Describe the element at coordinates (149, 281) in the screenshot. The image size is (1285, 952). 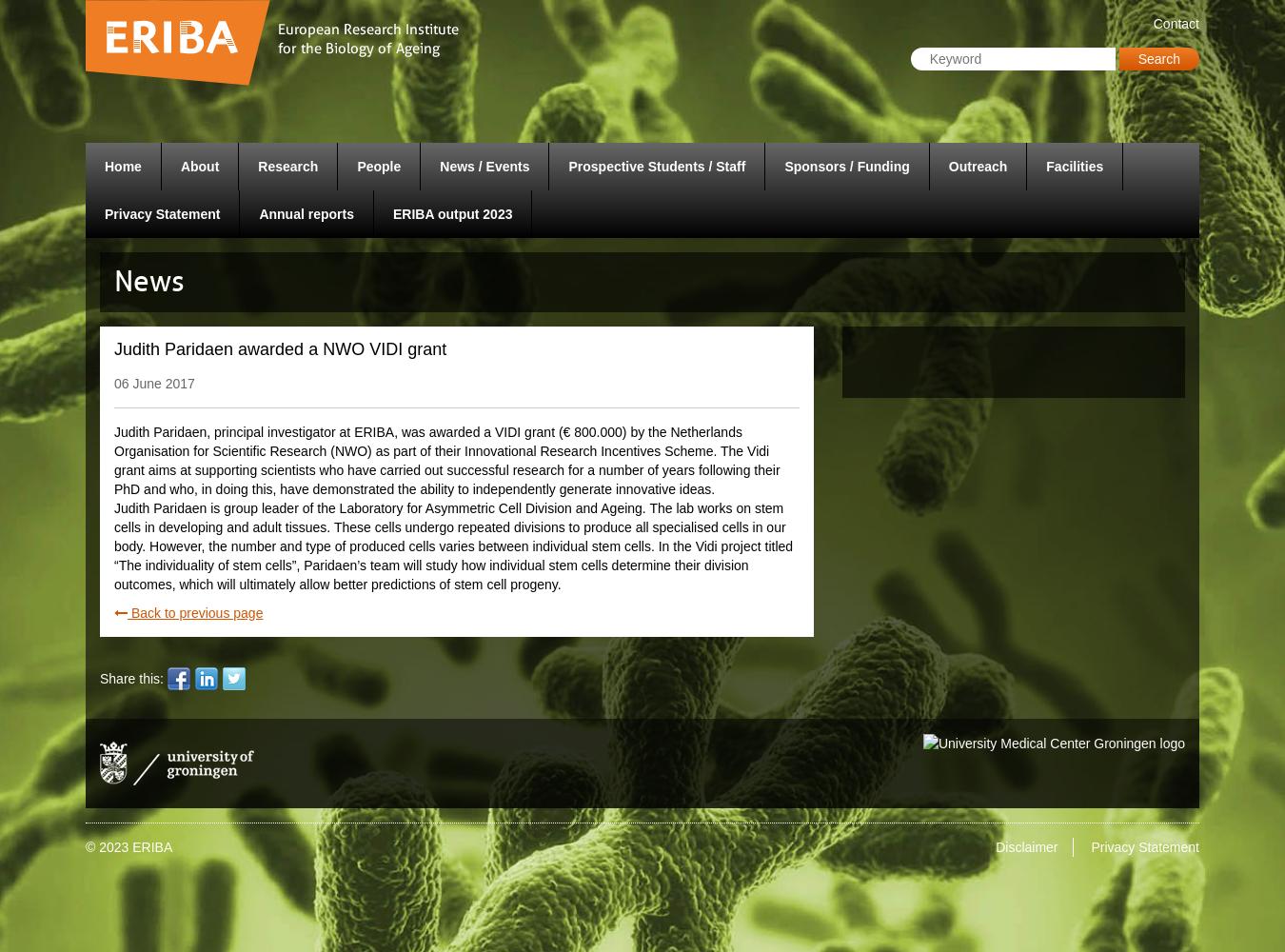
I see `'News'` at that location.